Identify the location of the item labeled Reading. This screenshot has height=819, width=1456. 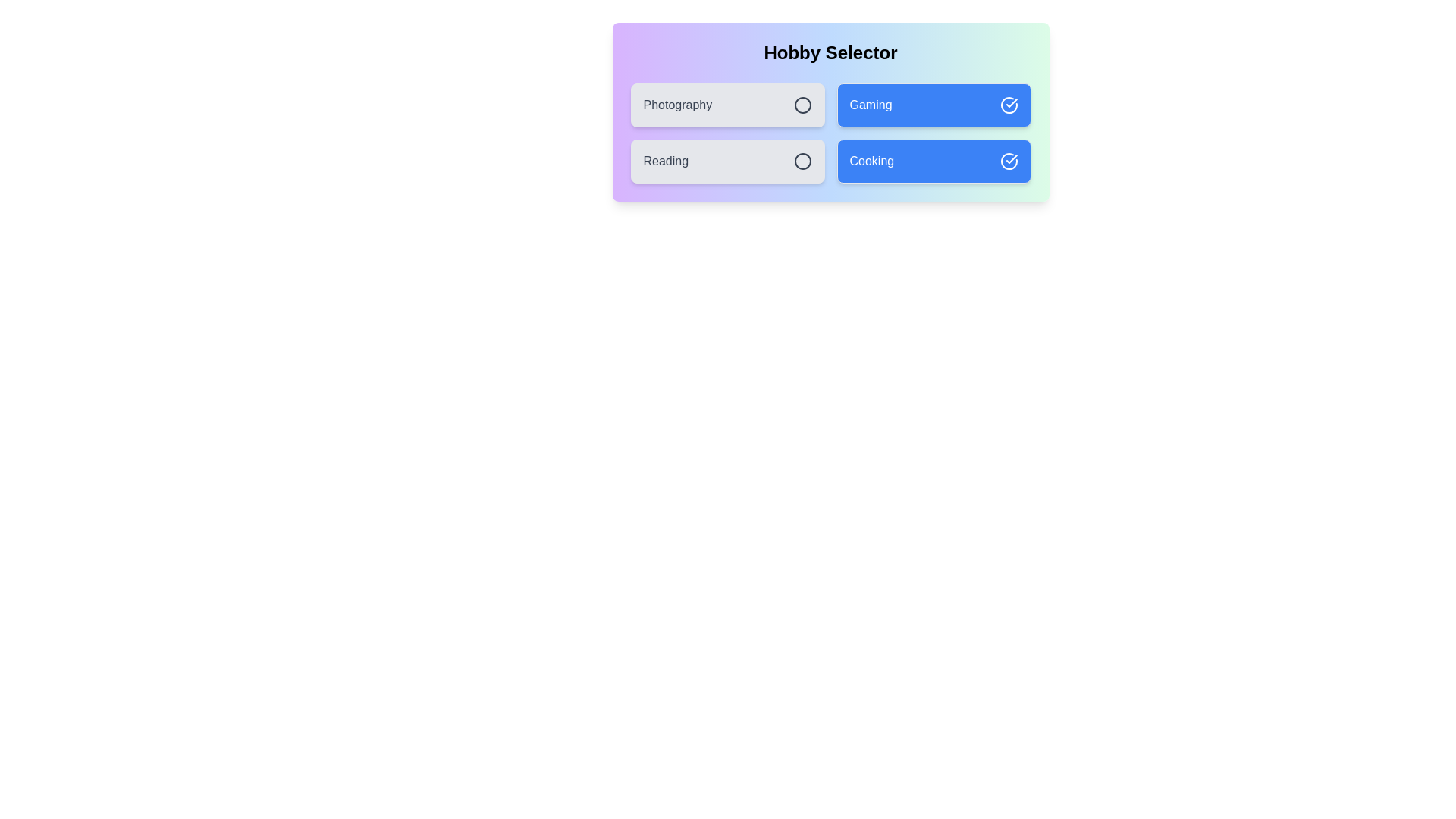
(726, 161).